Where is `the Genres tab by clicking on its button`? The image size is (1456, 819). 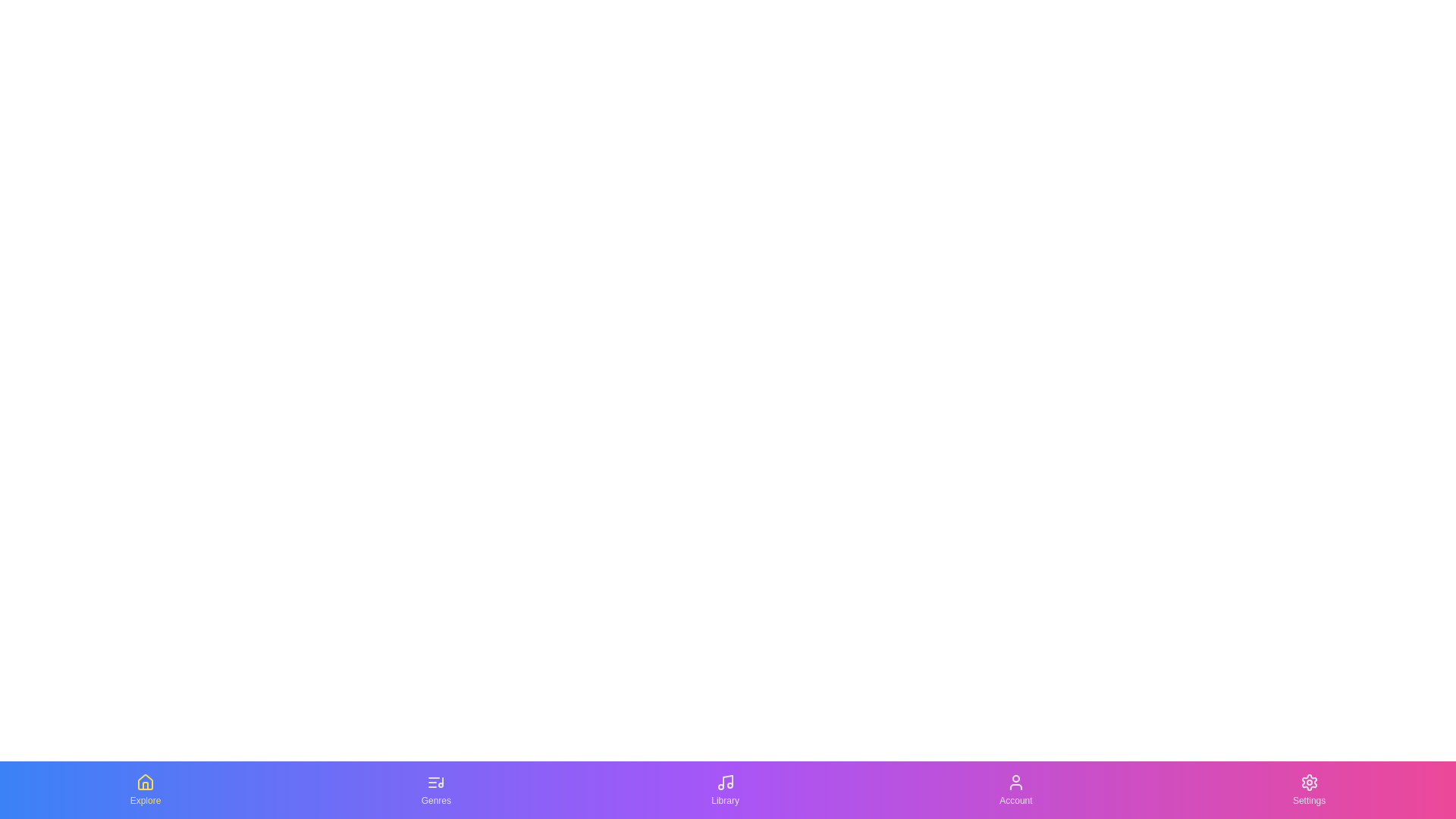
the Genres tab by clicking on its button is located at coordinates (435, 789).